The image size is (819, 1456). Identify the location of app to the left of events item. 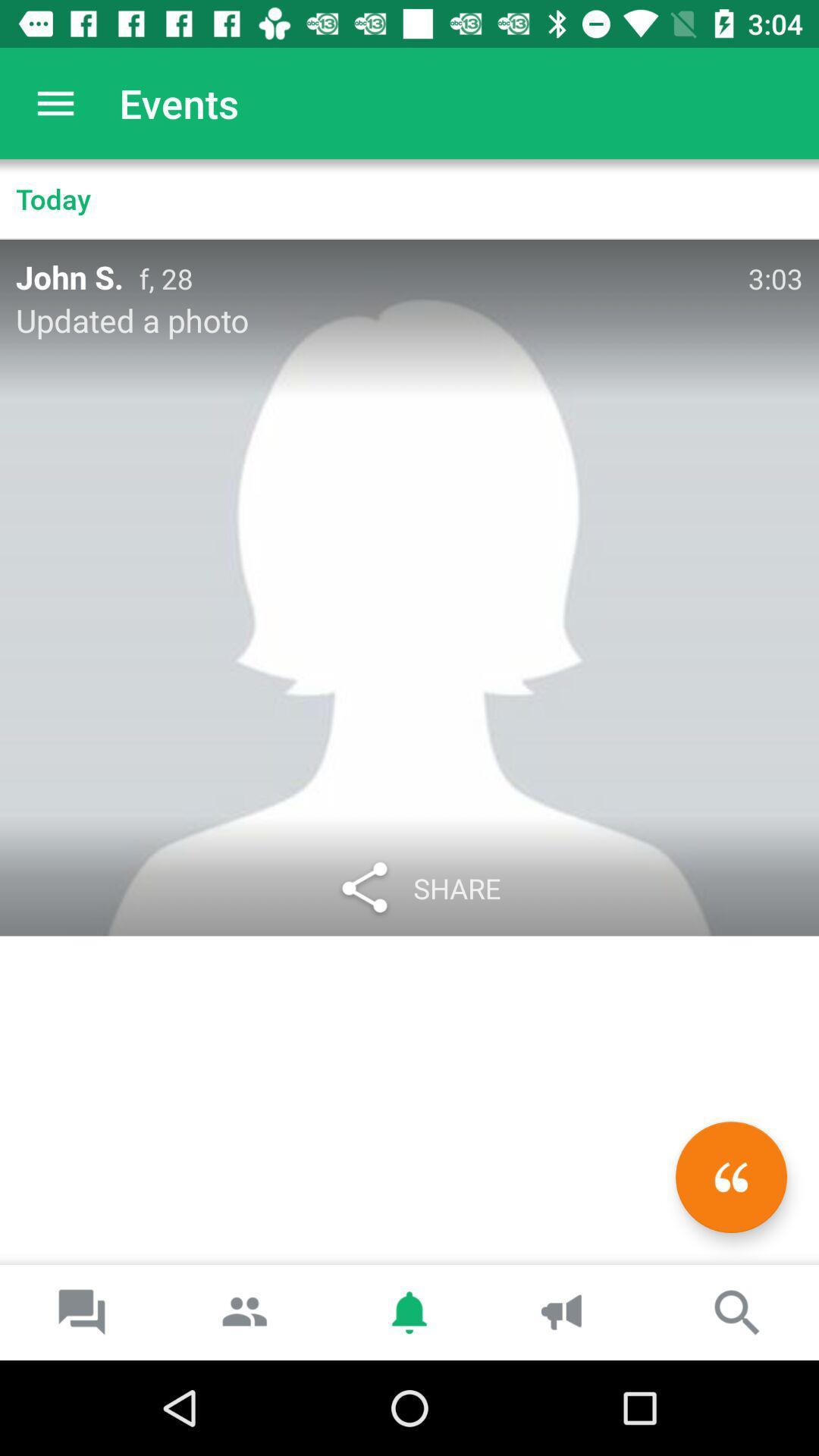
(55, 102).